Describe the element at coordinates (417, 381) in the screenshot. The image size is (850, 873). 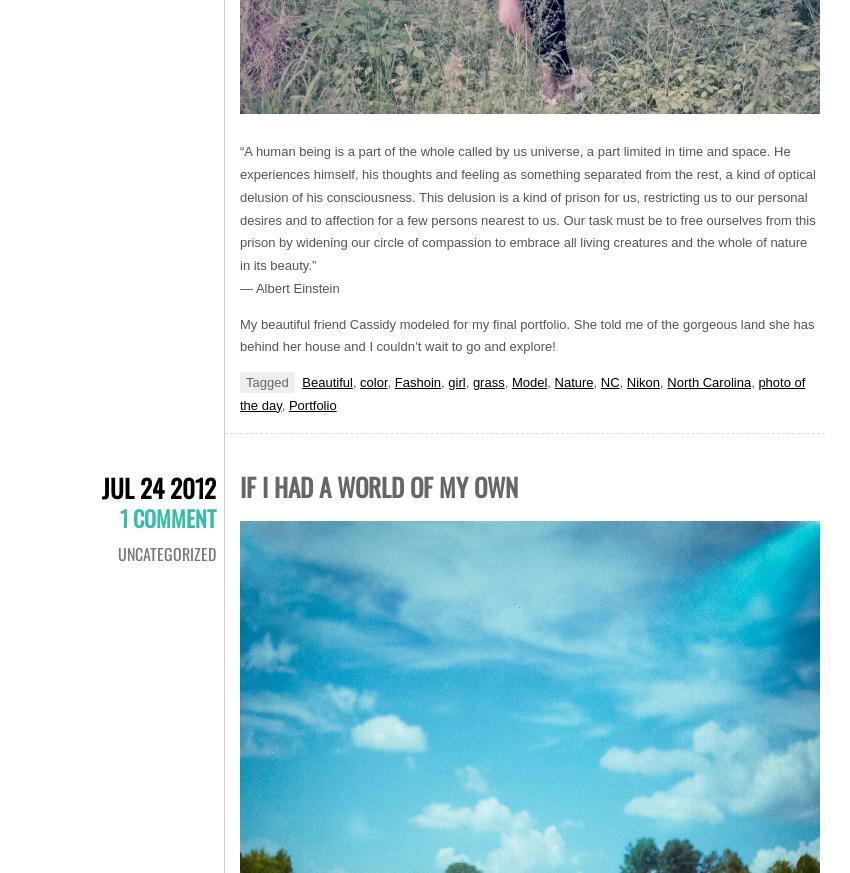
I see `'Fashoin'` at that location.